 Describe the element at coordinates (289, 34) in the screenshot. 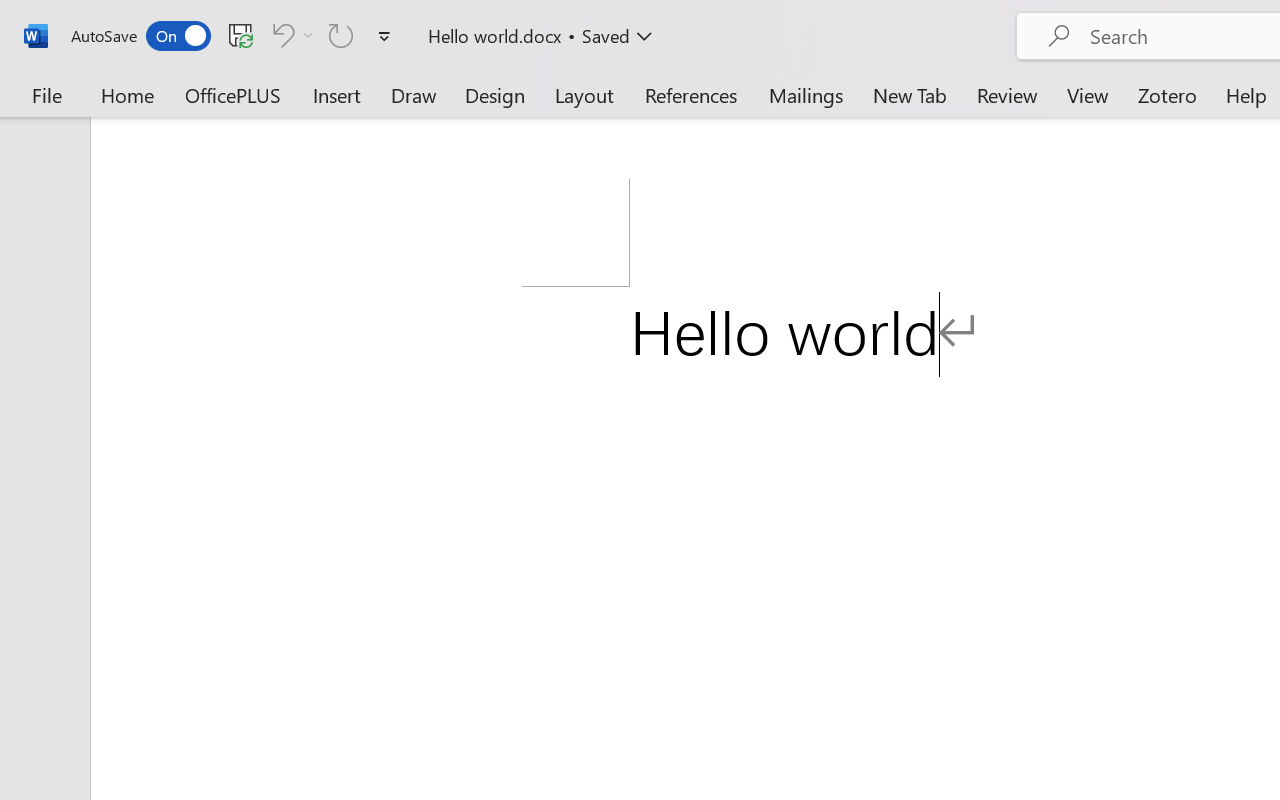

I see `'Can'` at that location.